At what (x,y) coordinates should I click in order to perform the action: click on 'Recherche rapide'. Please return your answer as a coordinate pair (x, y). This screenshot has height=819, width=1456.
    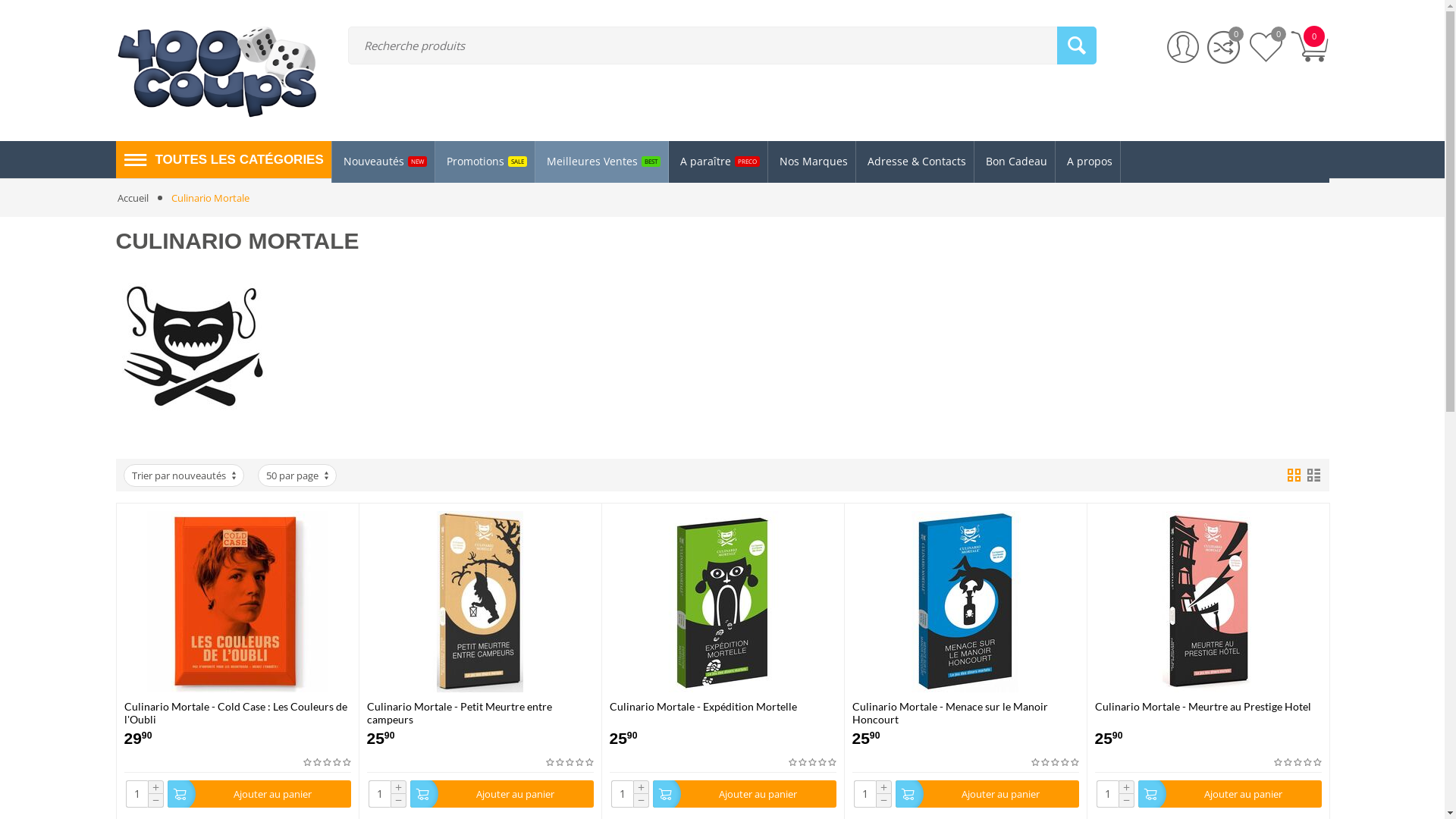
    Looking at the image, I should click on (1076, 45).